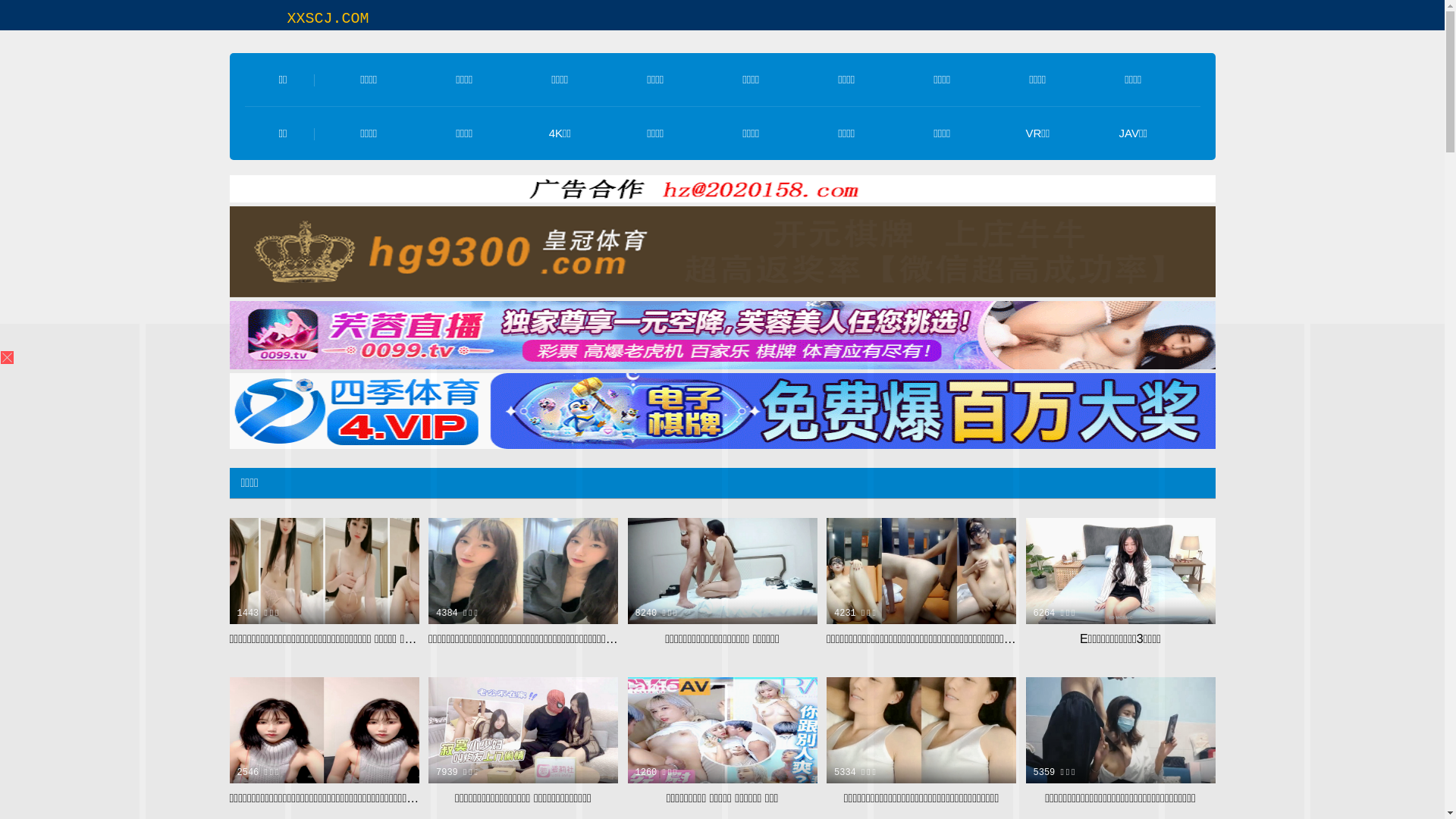 Image resolution: width=1456 pixels, height=819 pixels. What do you see at coordinates (287, 18) in the screenshot?
I see `'XXSCJ.COM'` at bounding box center [287, 18].